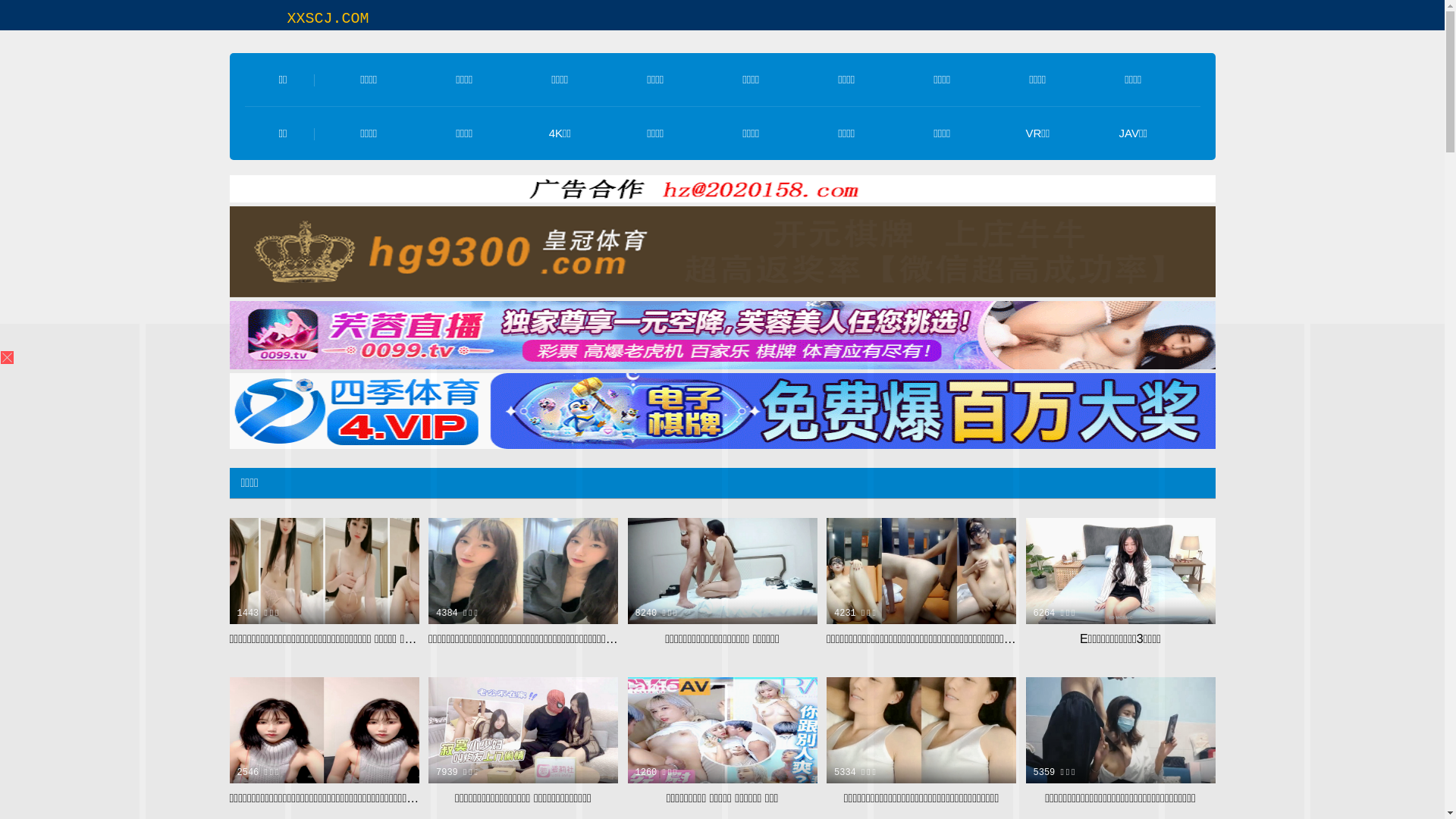 Image resolution: width=1456 pixels, height=819 pixels. What do you see at coordinates (287, 18) in the screenshot?
I see `'XXSCJ.COM'` at bounding box center [287, 18].